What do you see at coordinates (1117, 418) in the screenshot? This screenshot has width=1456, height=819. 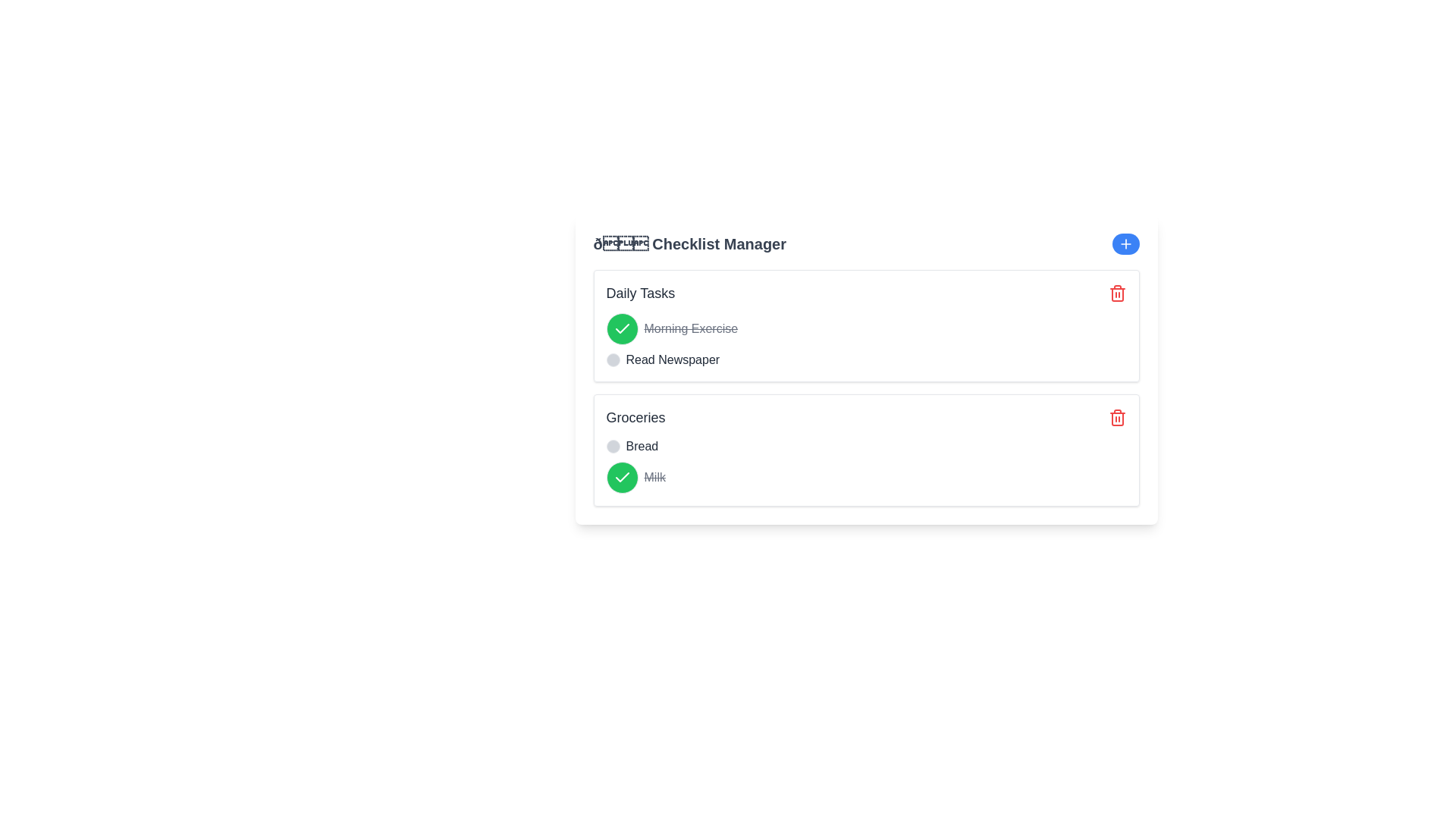 I see `the red trash can icon button located to the right of the 'Groceries' text` at bounding box center [1117, 418].